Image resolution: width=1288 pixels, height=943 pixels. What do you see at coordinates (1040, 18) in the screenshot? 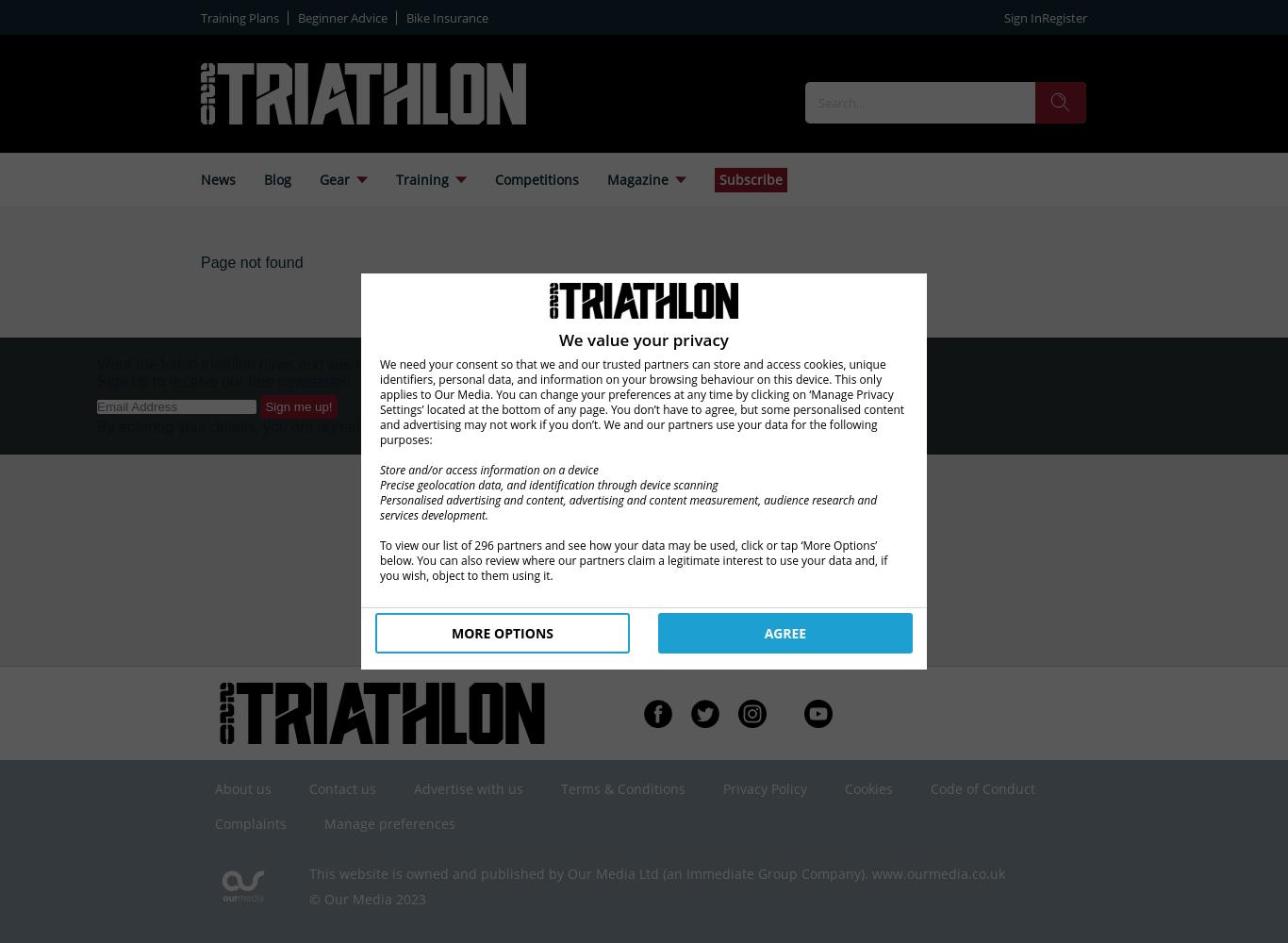
I see `'Register'` at bounding box center [1040, 18].